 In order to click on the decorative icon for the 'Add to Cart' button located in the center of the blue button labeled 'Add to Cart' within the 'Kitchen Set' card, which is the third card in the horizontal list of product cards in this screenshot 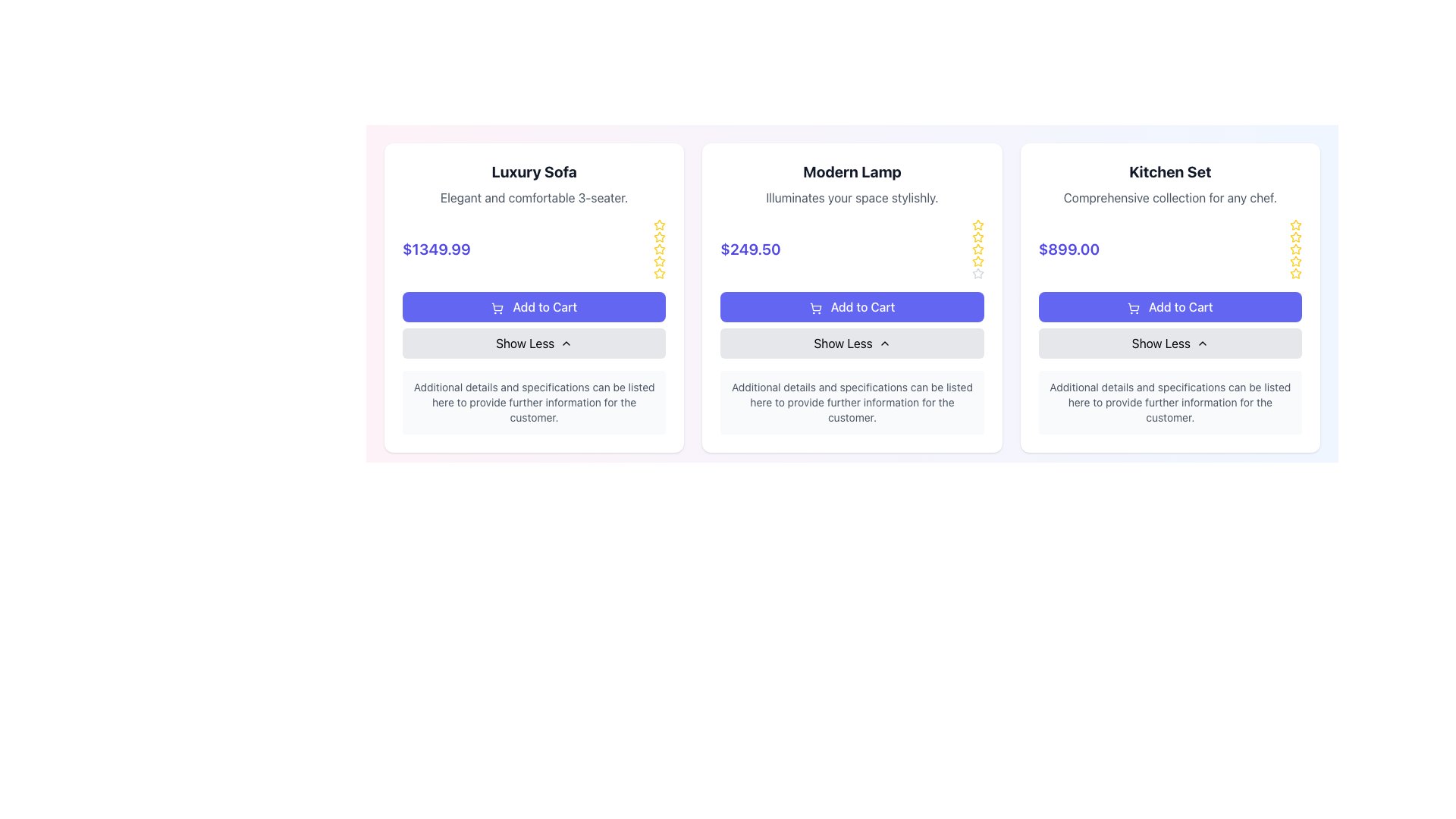, I will do `click(1133, 306)`.